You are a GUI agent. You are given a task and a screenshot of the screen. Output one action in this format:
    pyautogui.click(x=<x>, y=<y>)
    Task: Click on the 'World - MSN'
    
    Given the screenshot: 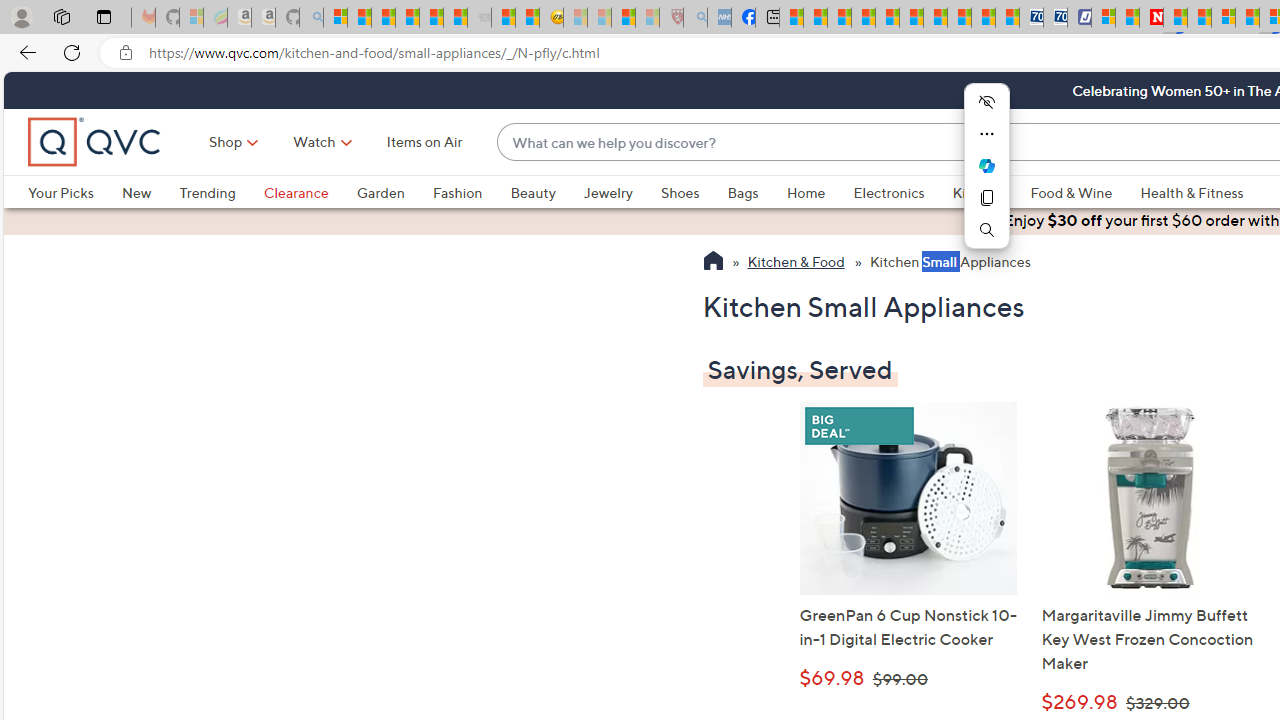 What is the action you would take?
    pyautogui.click(x=839, y=17)
    